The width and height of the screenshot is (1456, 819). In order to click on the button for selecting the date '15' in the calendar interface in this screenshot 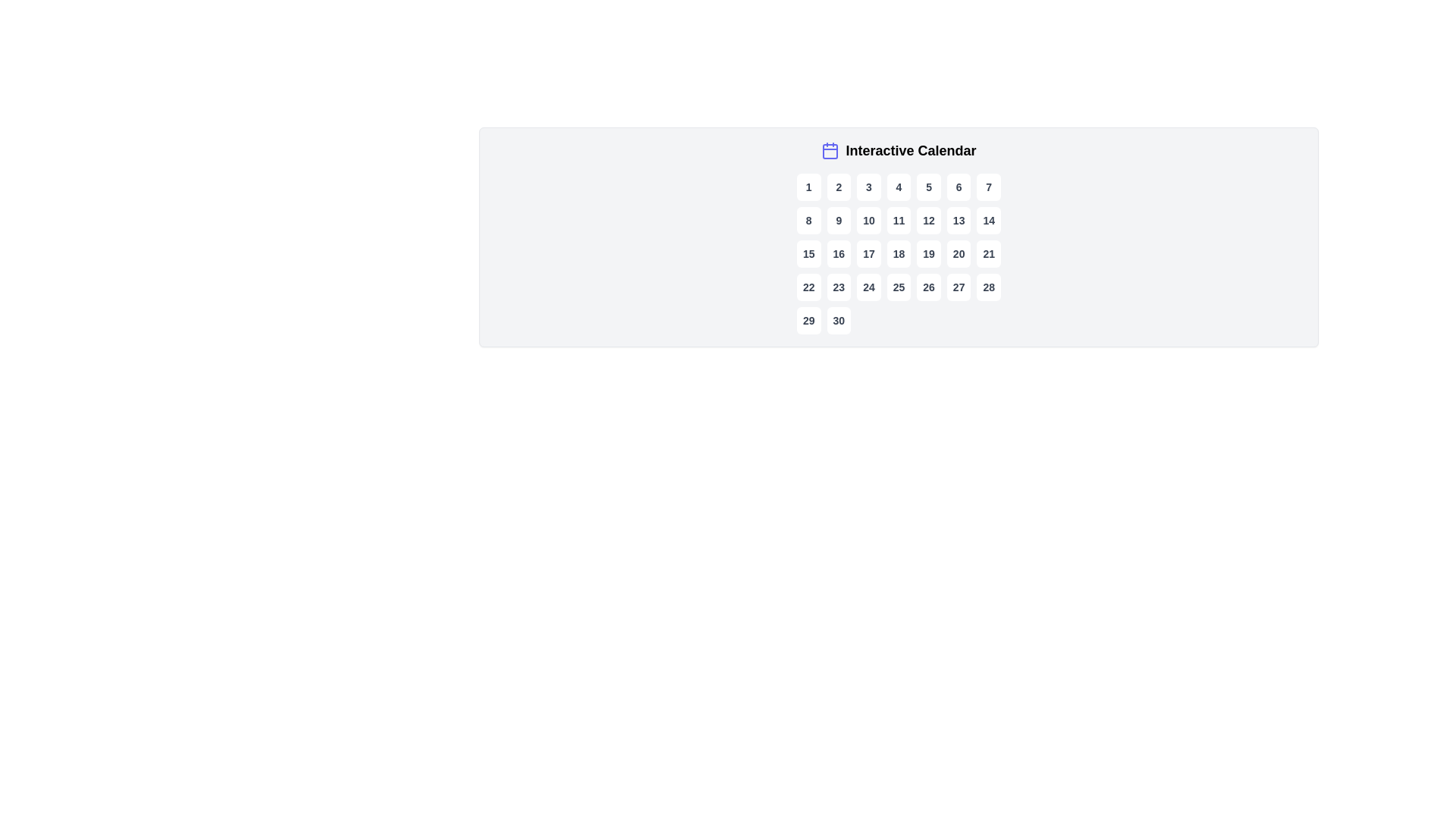, I will do `click(808, 253)`.